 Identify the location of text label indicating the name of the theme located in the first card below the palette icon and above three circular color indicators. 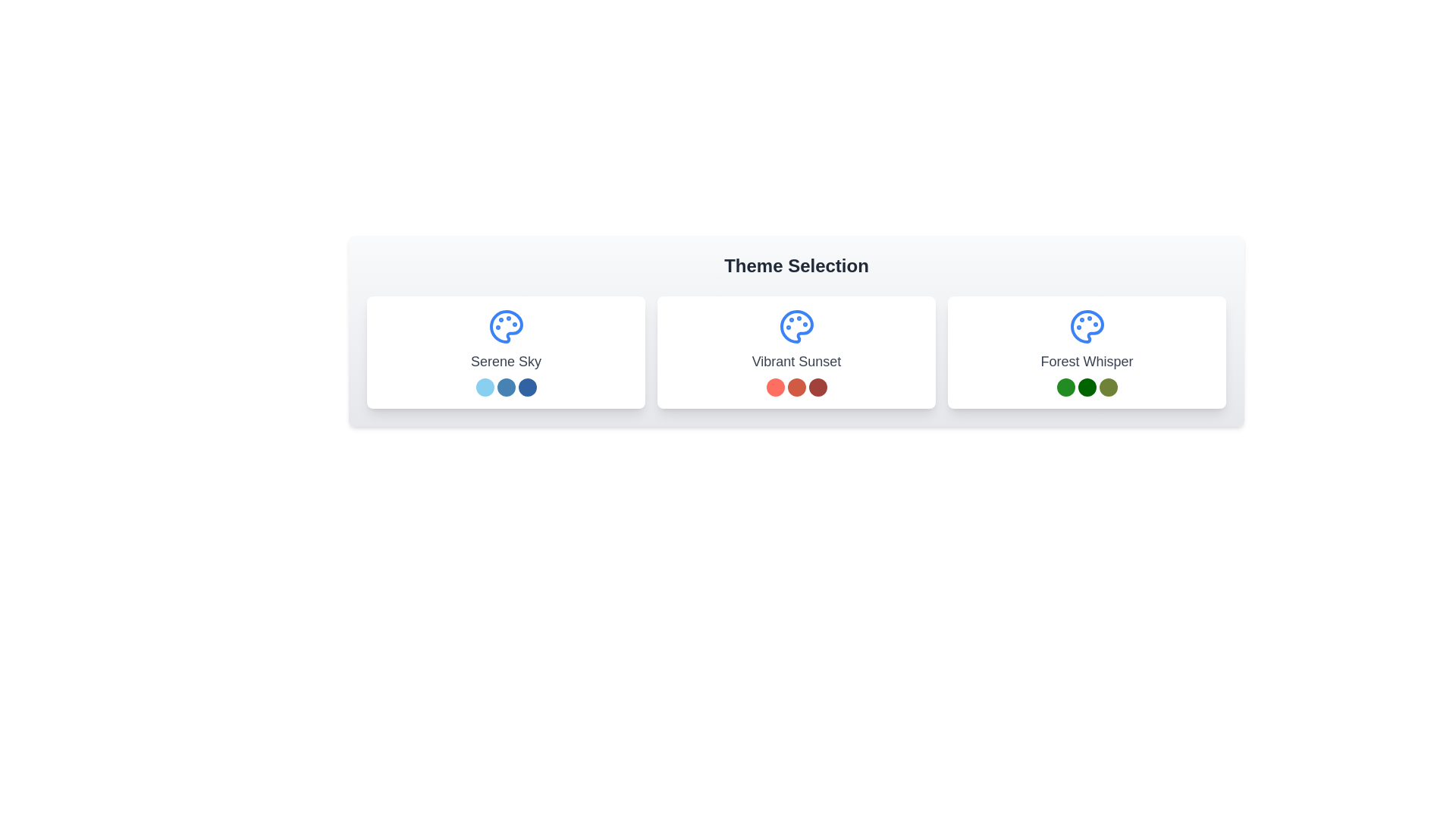
(506, 362).